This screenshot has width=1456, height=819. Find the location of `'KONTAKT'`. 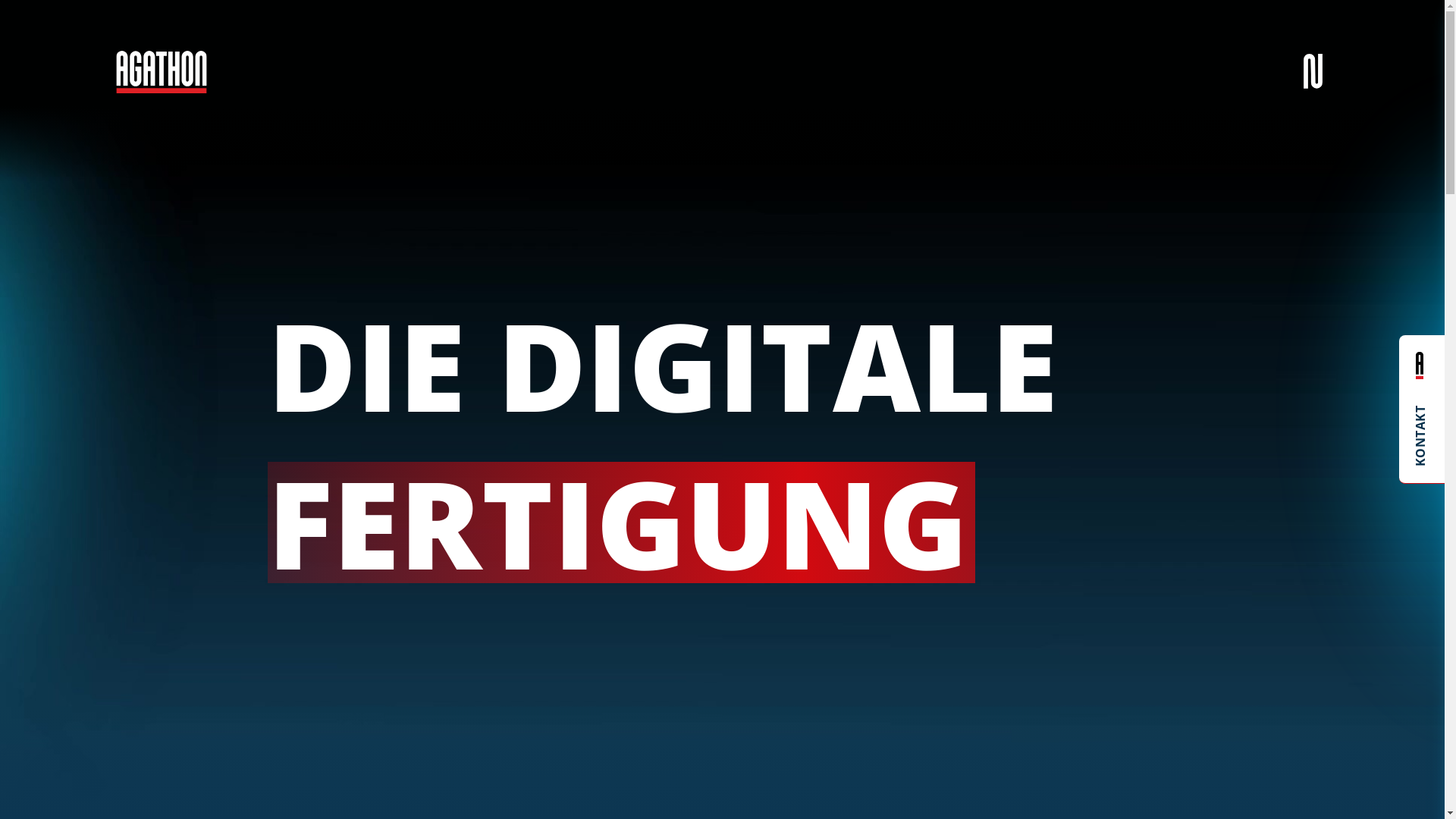

'KONTAKT' is located at coordinates (1421, 409).